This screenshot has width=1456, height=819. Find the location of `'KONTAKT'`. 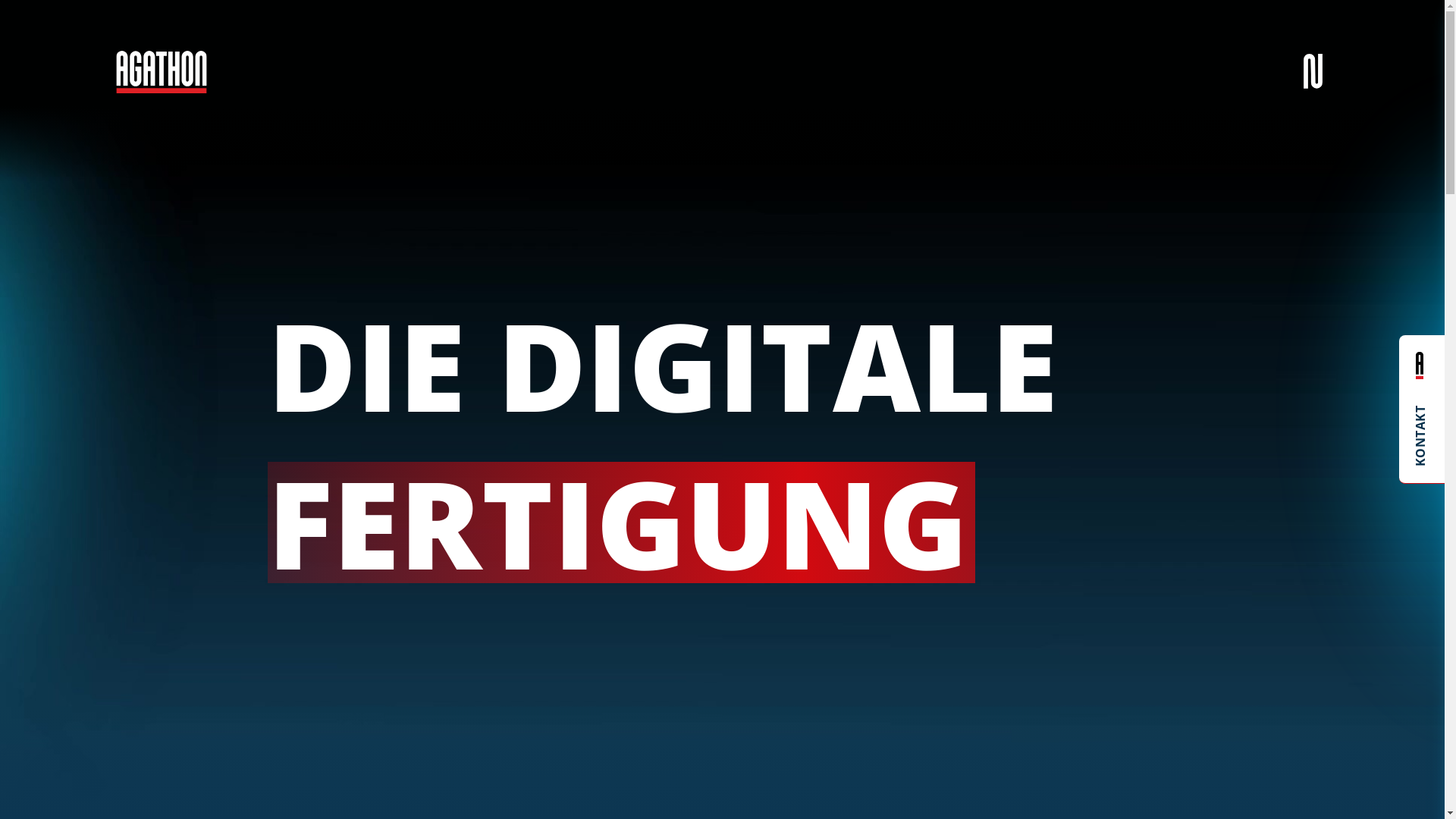

'KONTAKT' is located at coordinates (1421, 409).